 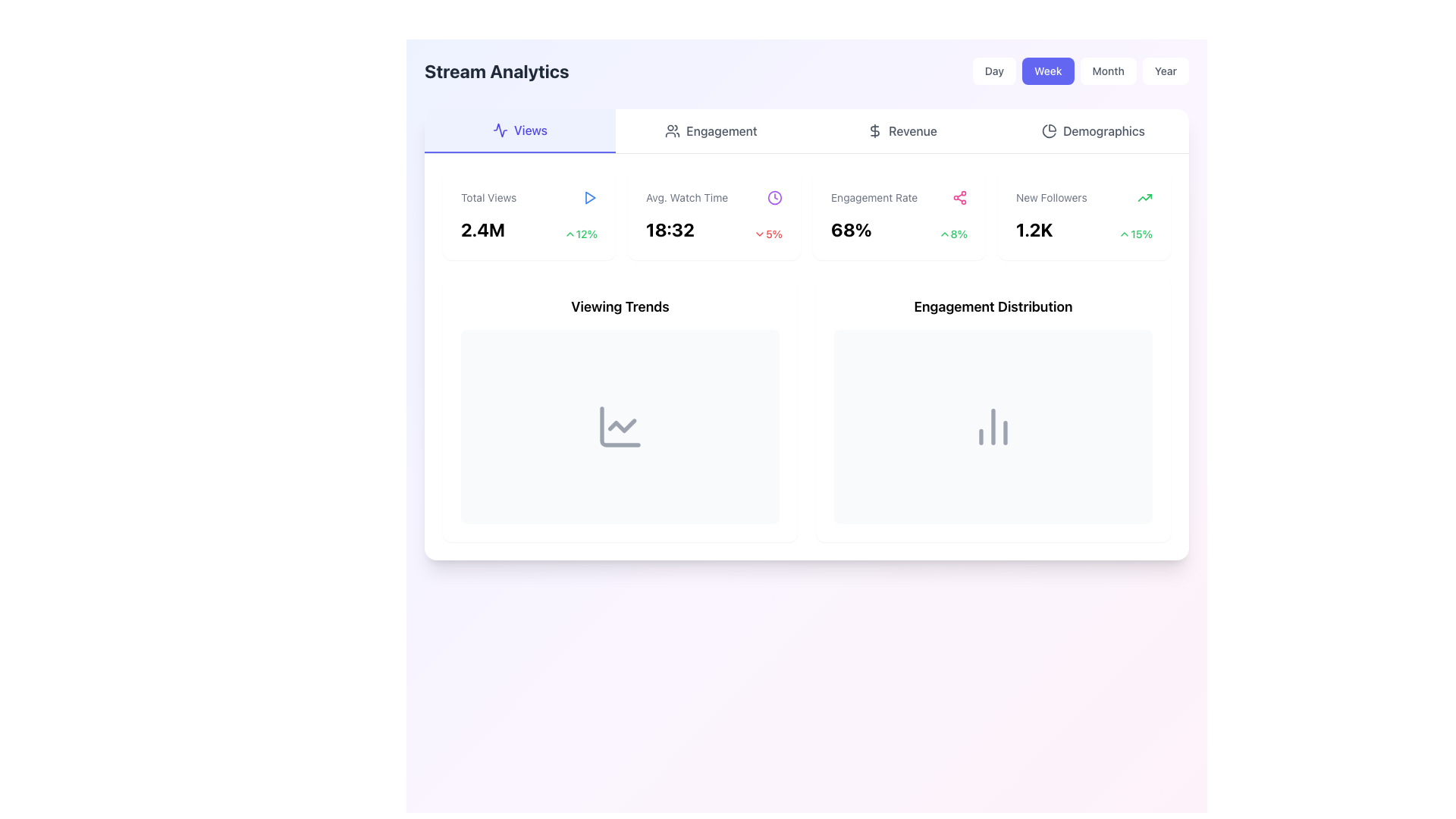 What do you see at coordinates (500, 130) in the screenshot?
I see `the SVG icon representing 'Views' located in the top section of the navigation bar under 'Stream Analytics'` at bounding box center [500, 130].